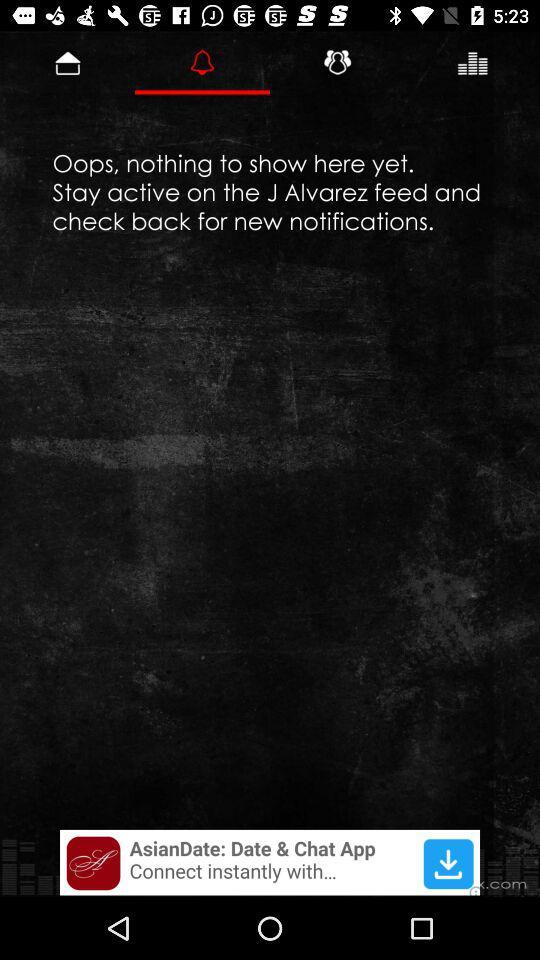 This screenshot has height=960, width=540. What do you see at coordinates (270, 861) in the screenshot?
I see `click advertisement` at bounding box center [270, 861].